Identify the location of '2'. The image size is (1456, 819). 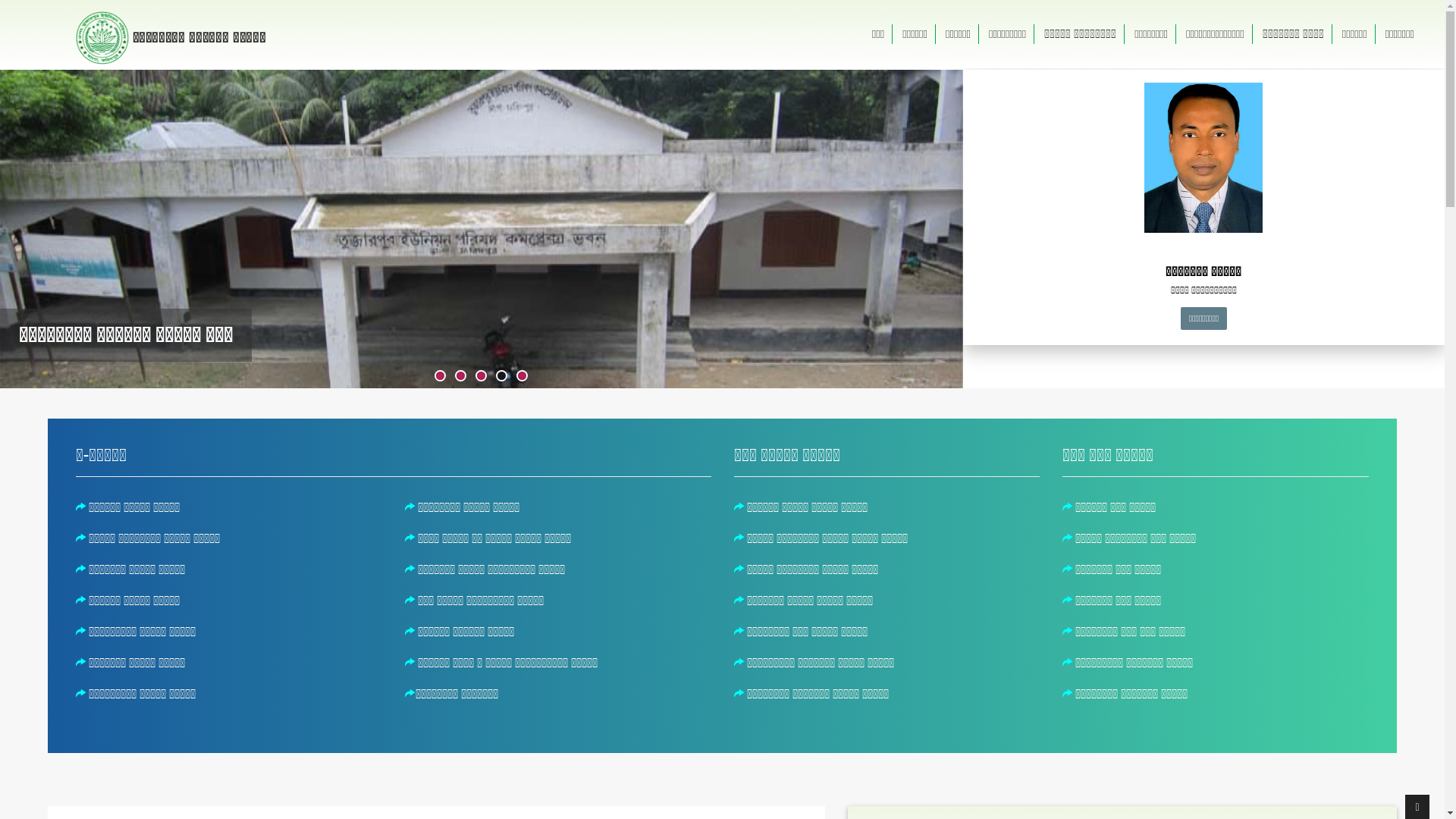
(455, 375).